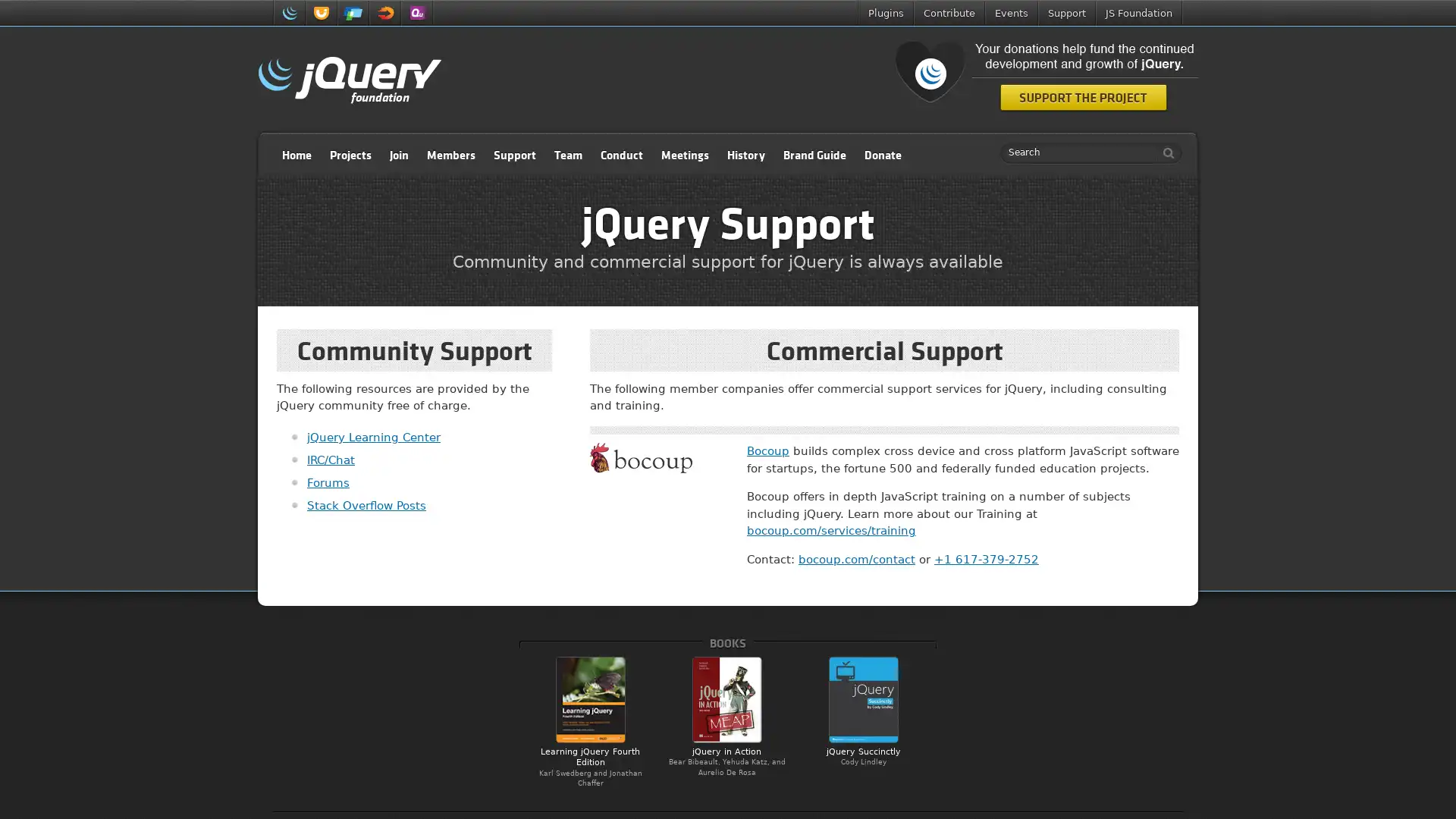  I want to click on search, so click(1164, 152).